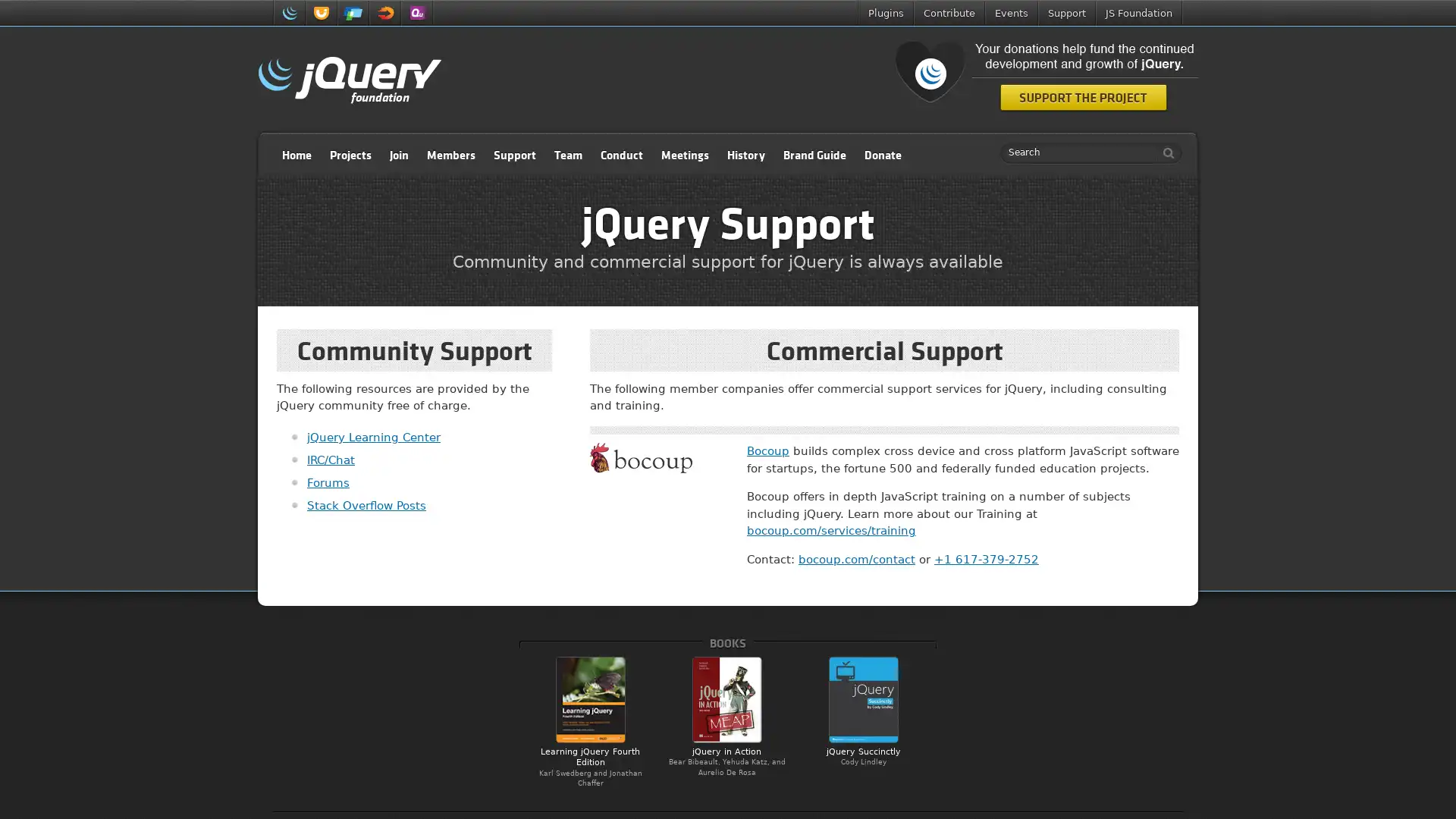  I want to click on search, so click(1164, 152).